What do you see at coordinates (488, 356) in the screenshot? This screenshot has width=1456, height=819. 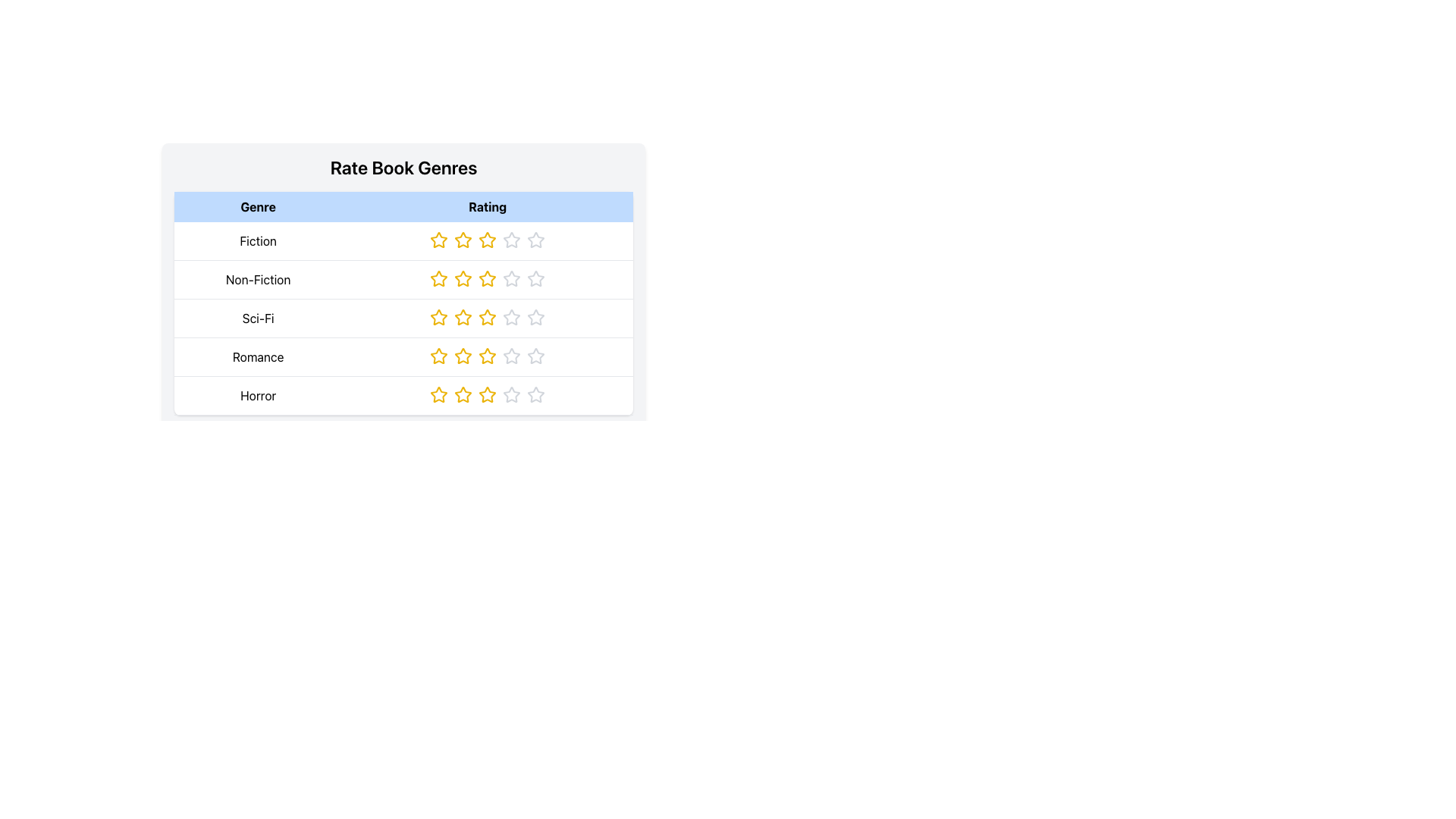 I see `the fourth yellow Rating Star icon located in the 'Rating' column of the 'Romance' row` at bounding box center [488, 356].